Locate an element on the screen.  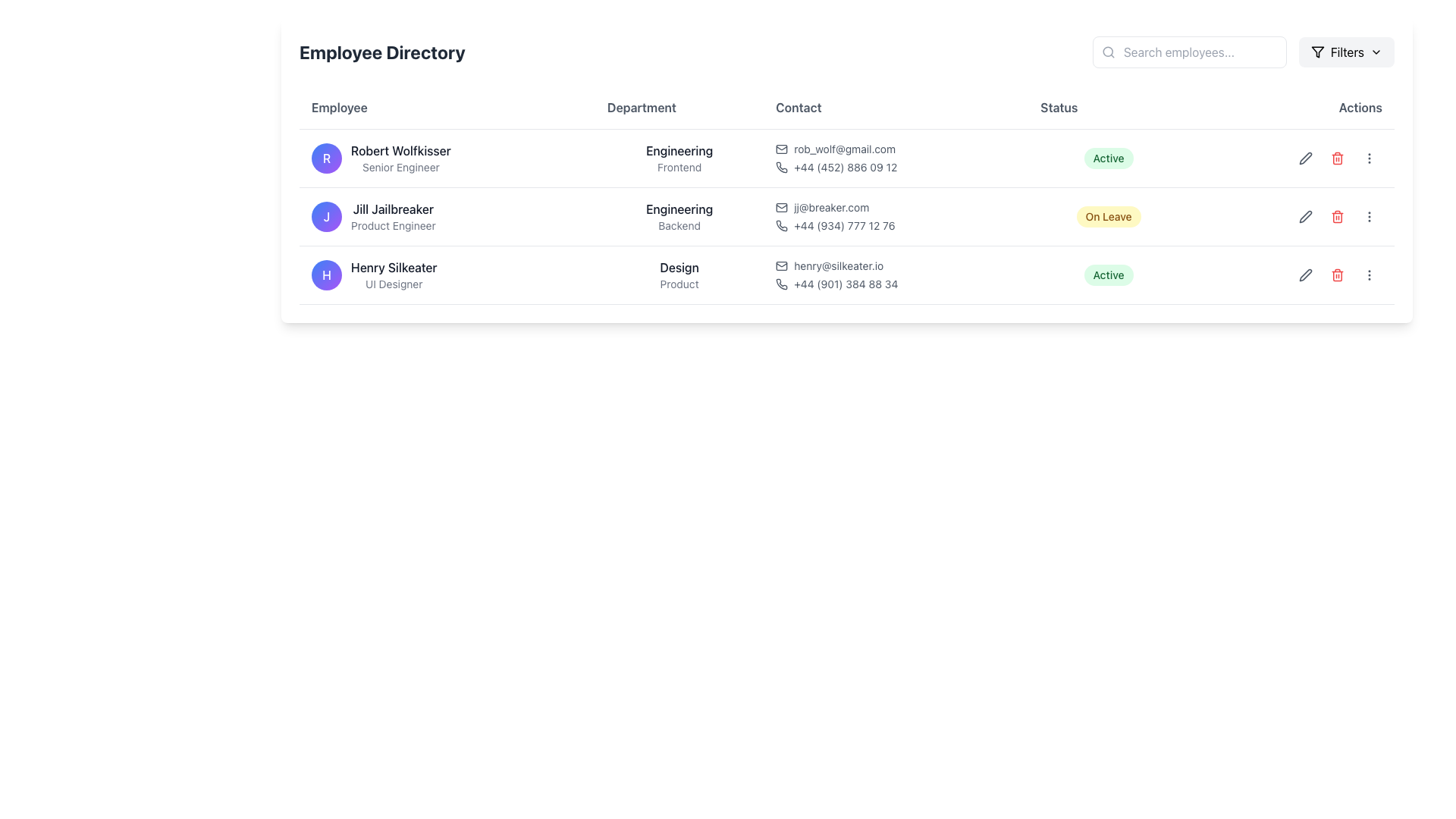
the Text Label displaying the email address for 'Henry Silkeater' in the 'Contact' column of the third row in the data table is located at coordinates (838, 265).